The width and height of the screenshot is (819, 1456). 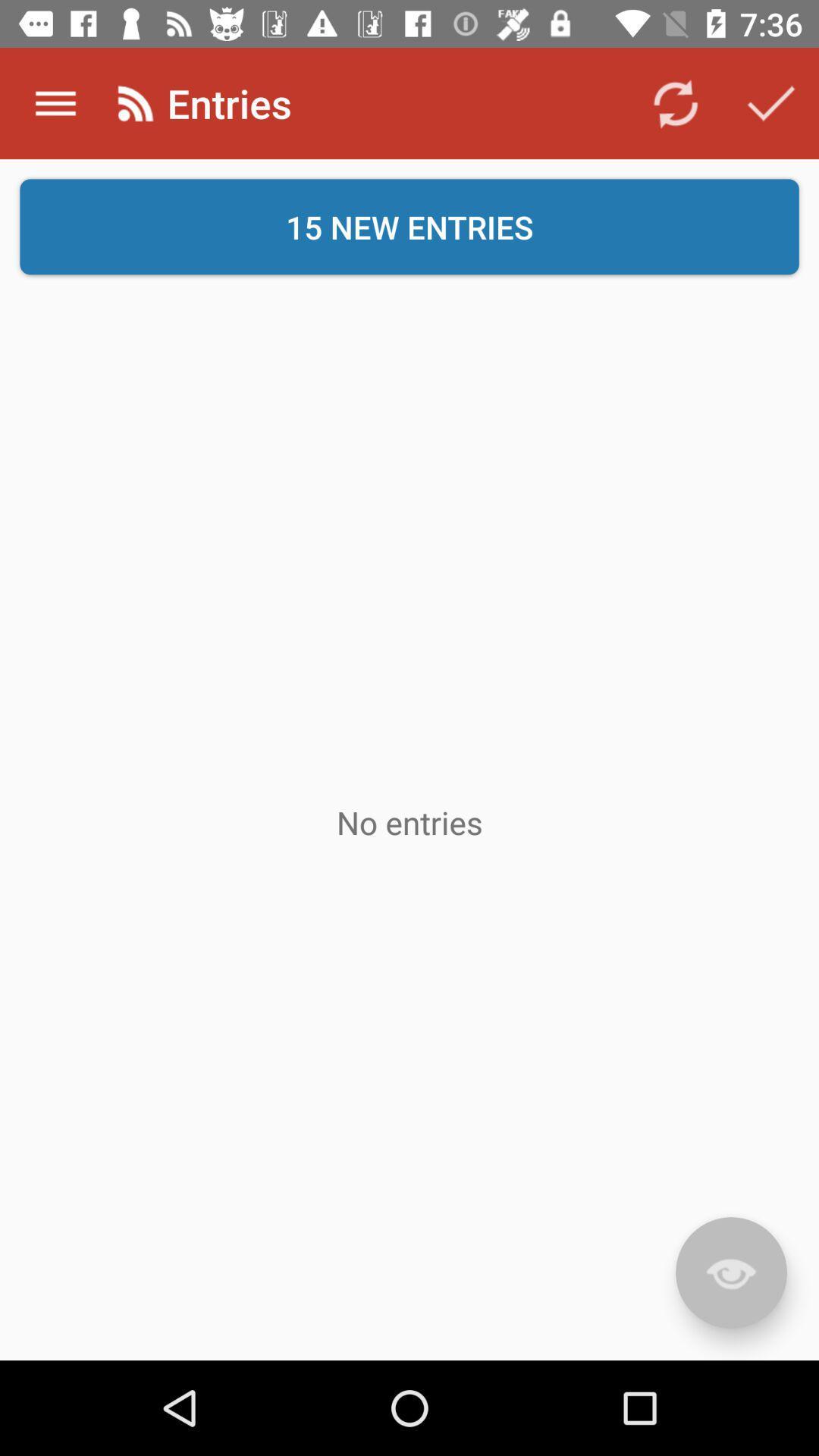 What do you see at coordinates (675, 102) in the screenshot?
I see `the app next to entries` at bounding box center [675, 102].